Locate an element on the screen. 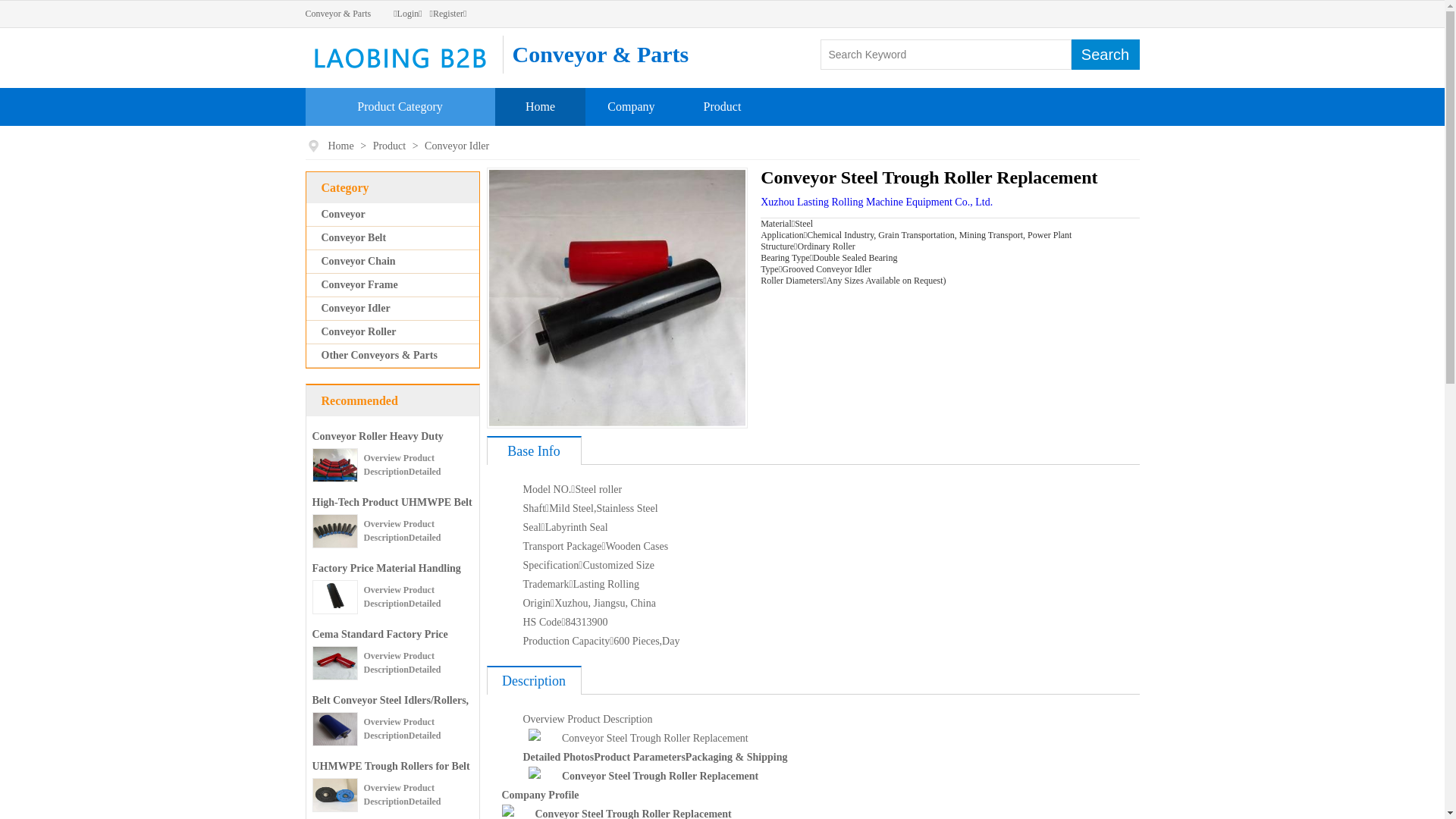  'Company' is located at coordinates (630, 105).